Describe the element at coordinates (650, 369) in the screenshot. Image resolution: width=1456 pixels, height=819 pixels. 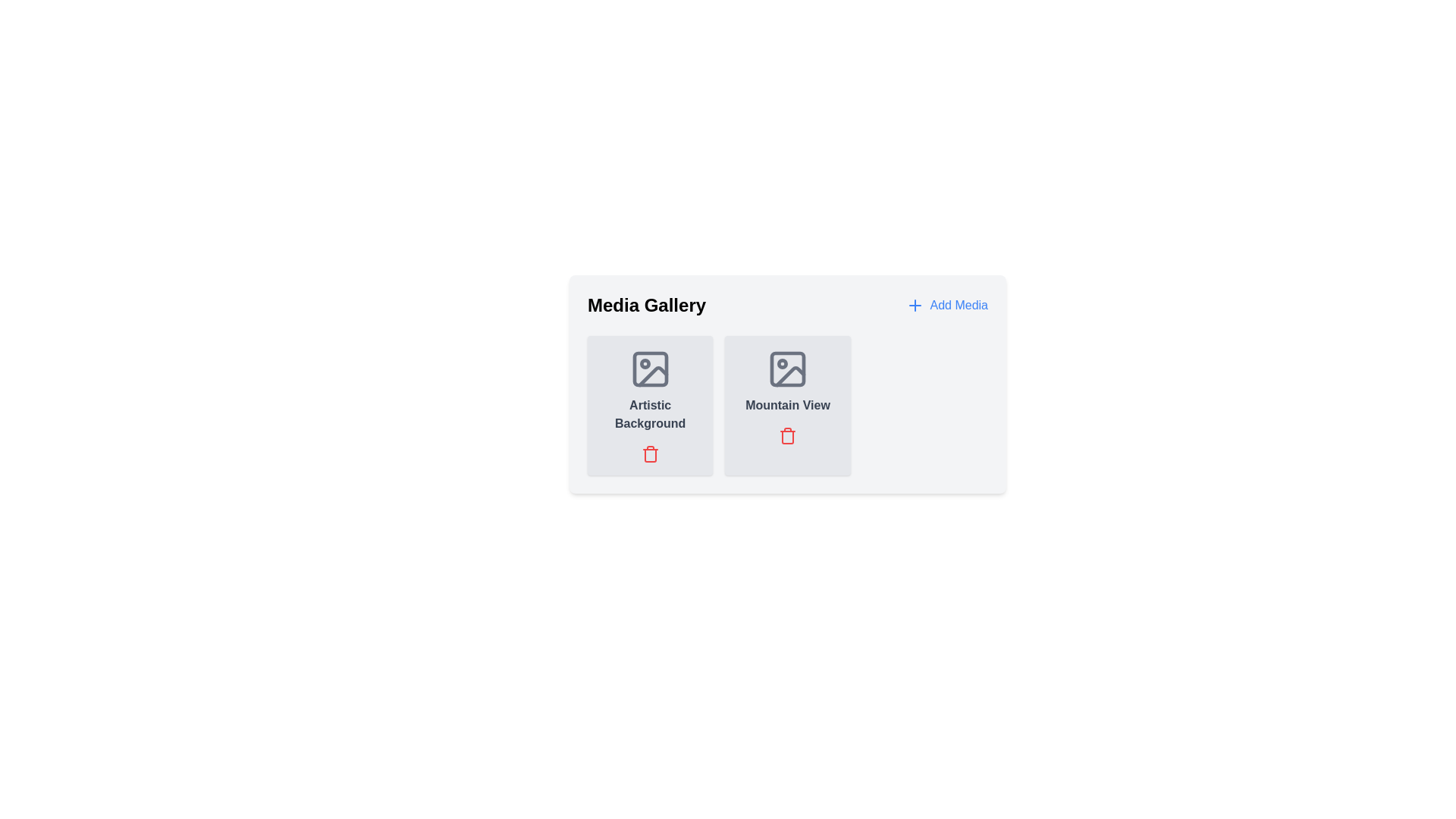
I see `the media file icon located in the upper-left portion of the media gallery grid` at that location.